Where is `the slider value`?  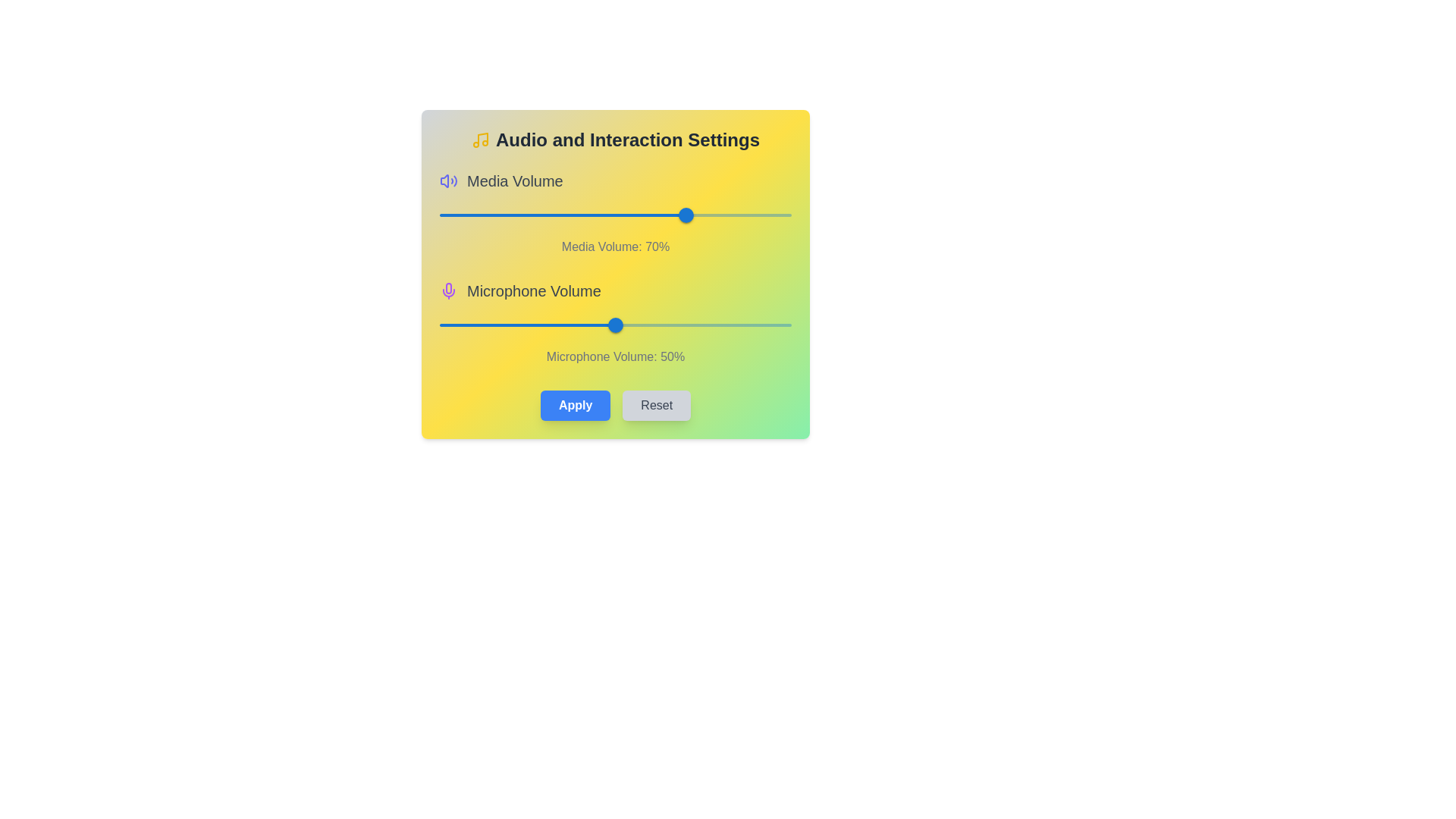
the slider value is located at coordinates (481, 215).